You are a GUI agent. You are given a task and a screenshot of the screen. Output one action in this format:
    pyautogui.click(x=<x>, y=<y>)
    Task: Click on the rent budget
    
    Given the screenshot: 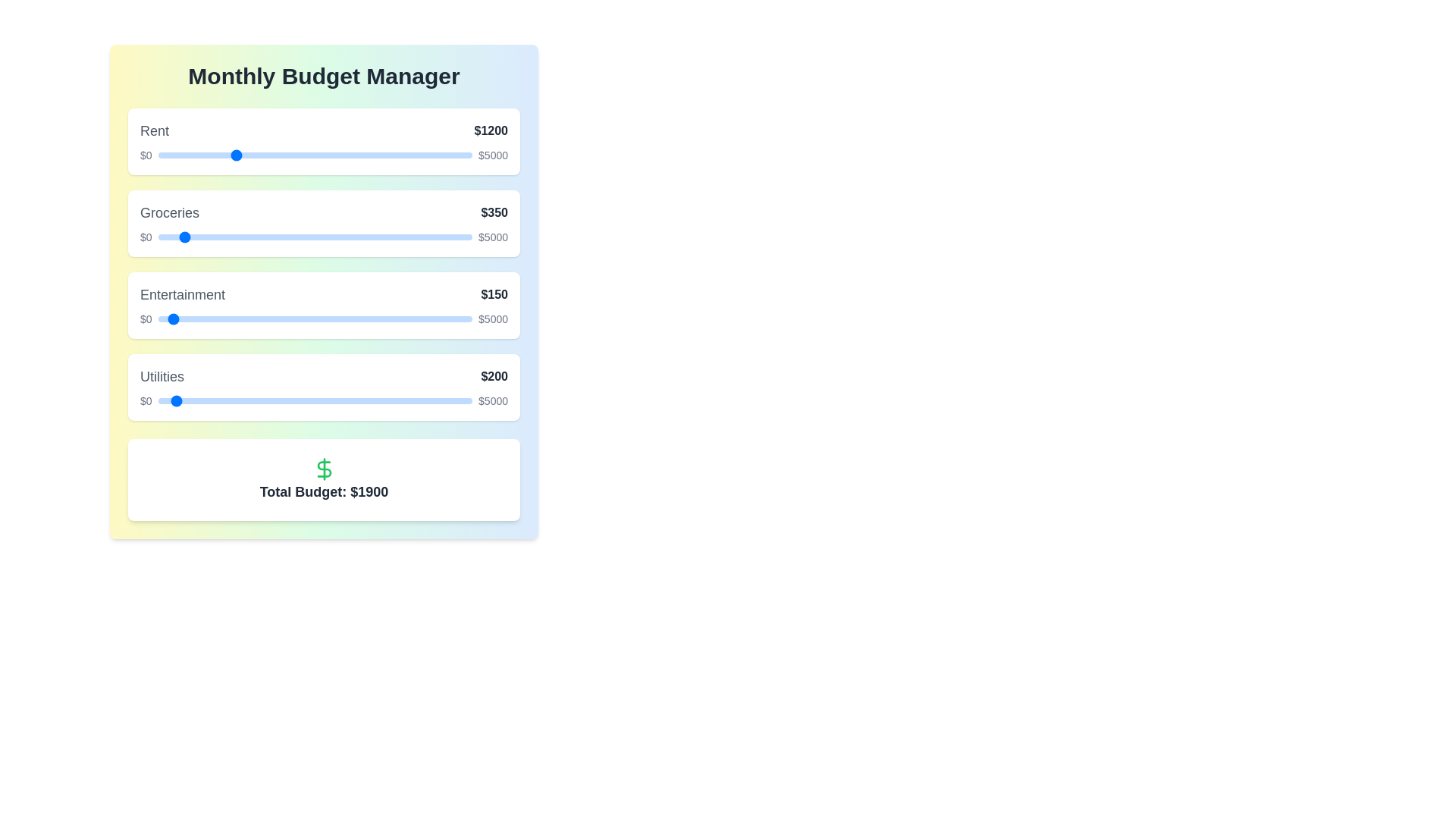 What is the action you would take?
    pyautogui.click(x=168, y=155)
    